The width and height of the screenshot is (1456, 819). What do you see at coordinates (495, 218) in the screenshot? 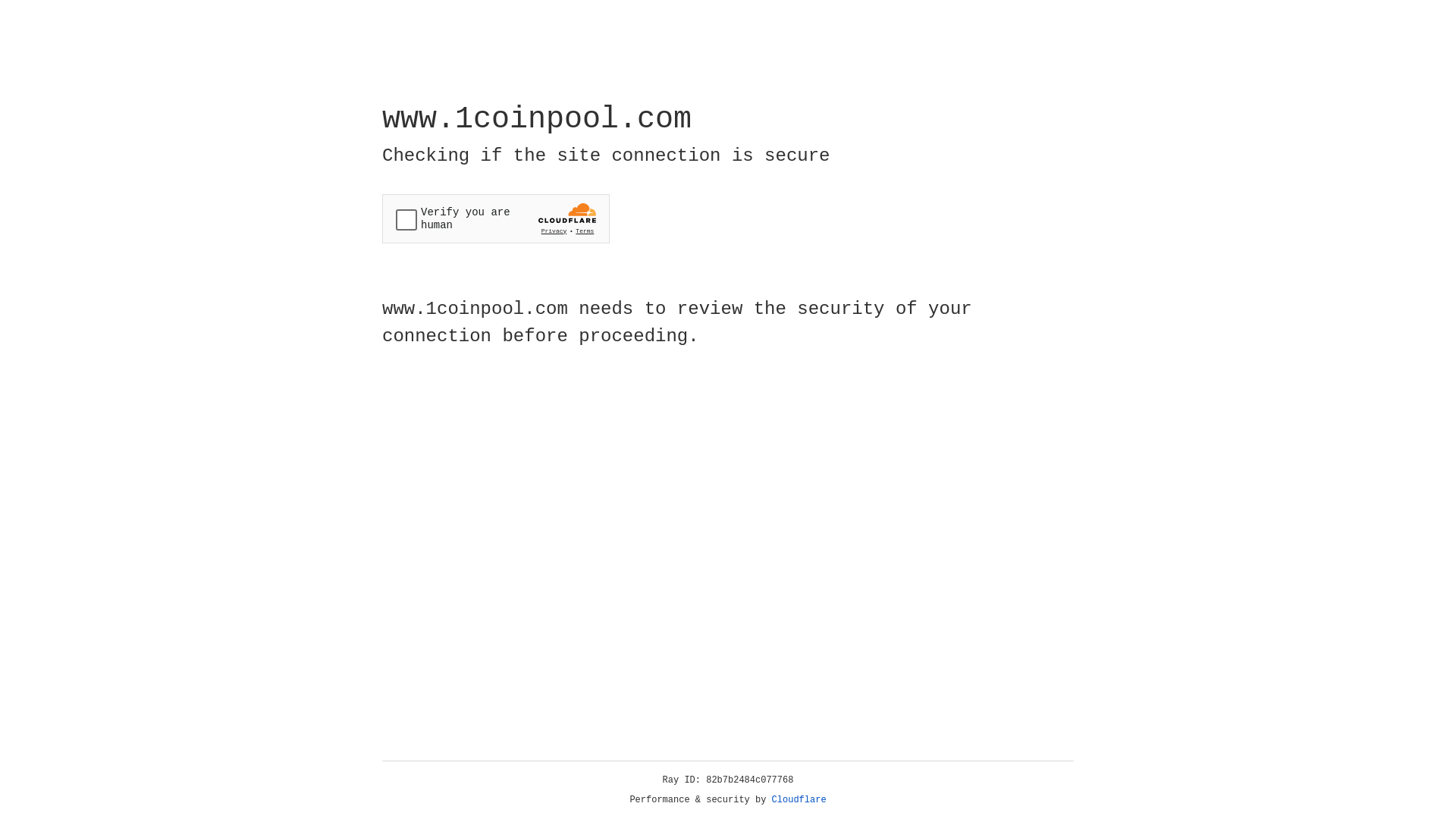
I see `'Widget containing a Cloudflare security challenge'` at bounding box center [495, 218].